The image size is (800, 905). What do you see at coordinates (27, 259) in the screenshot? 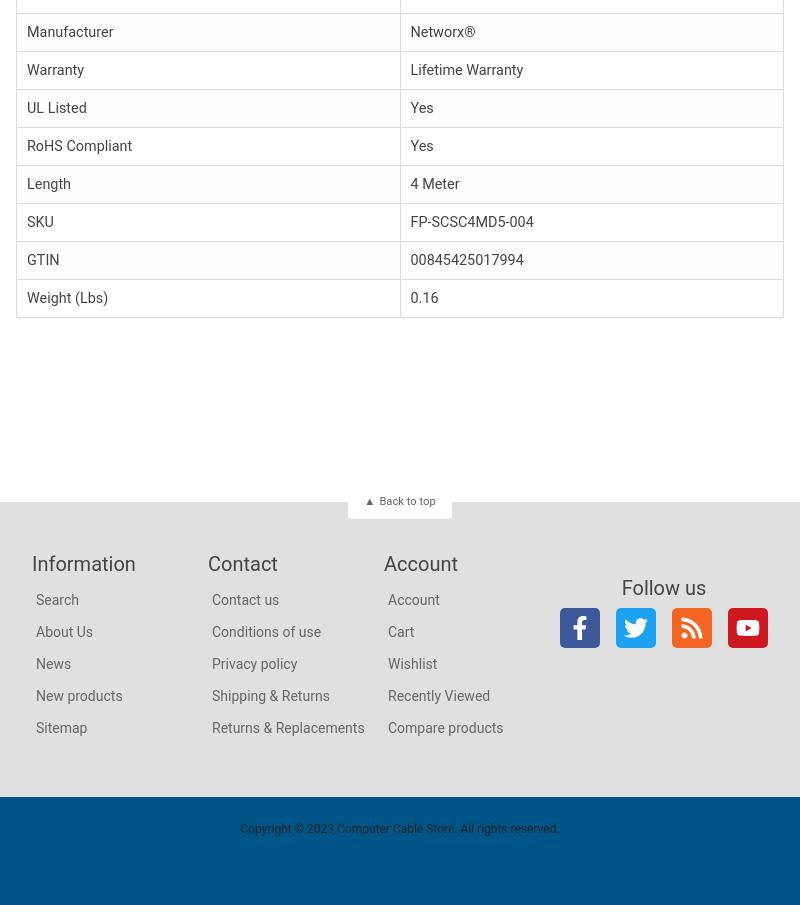
I see `'GTIN'` at bounding box center [27, 259].